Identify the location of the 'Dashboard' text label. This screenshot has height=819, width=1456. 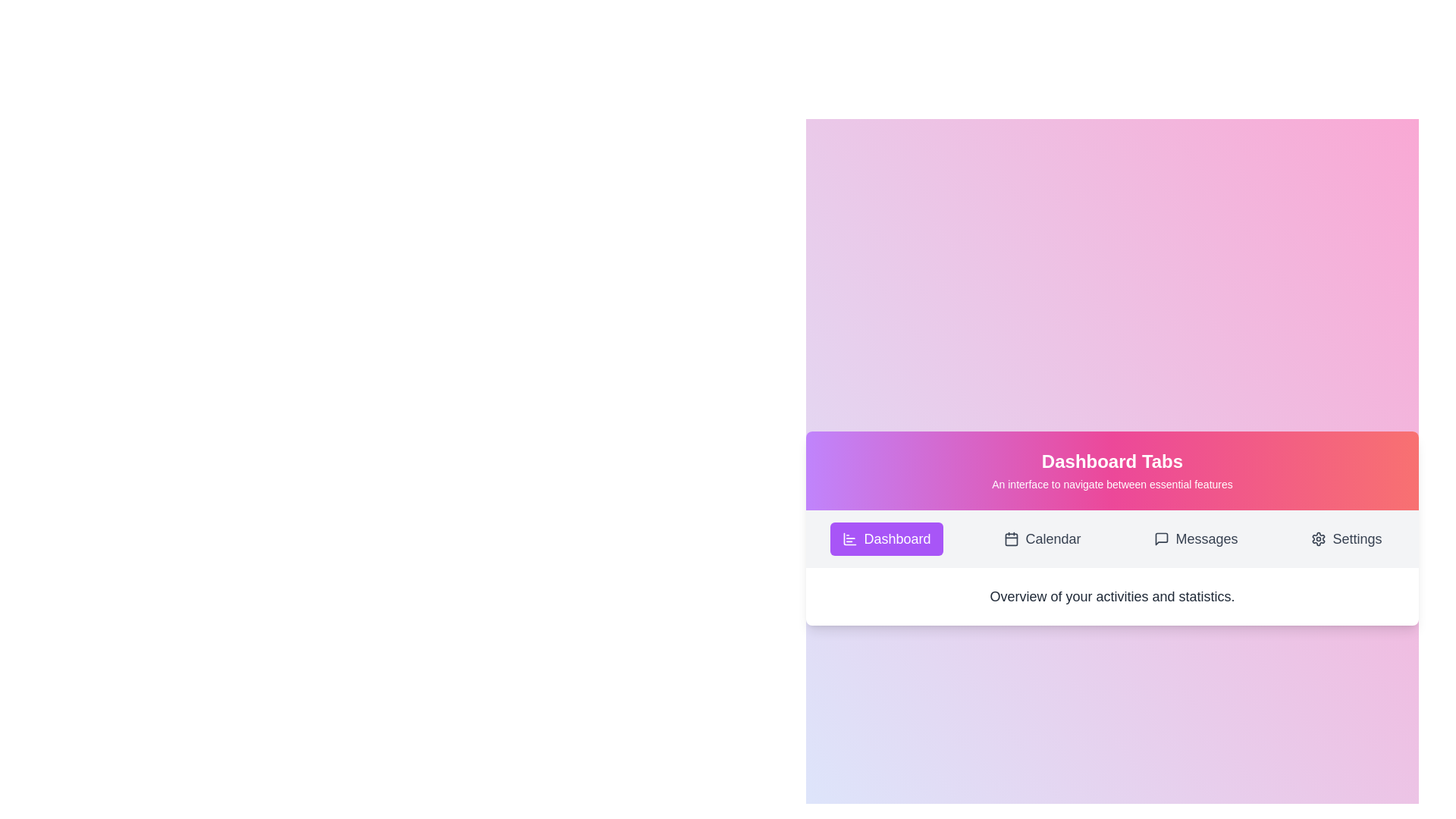
(897, 538).